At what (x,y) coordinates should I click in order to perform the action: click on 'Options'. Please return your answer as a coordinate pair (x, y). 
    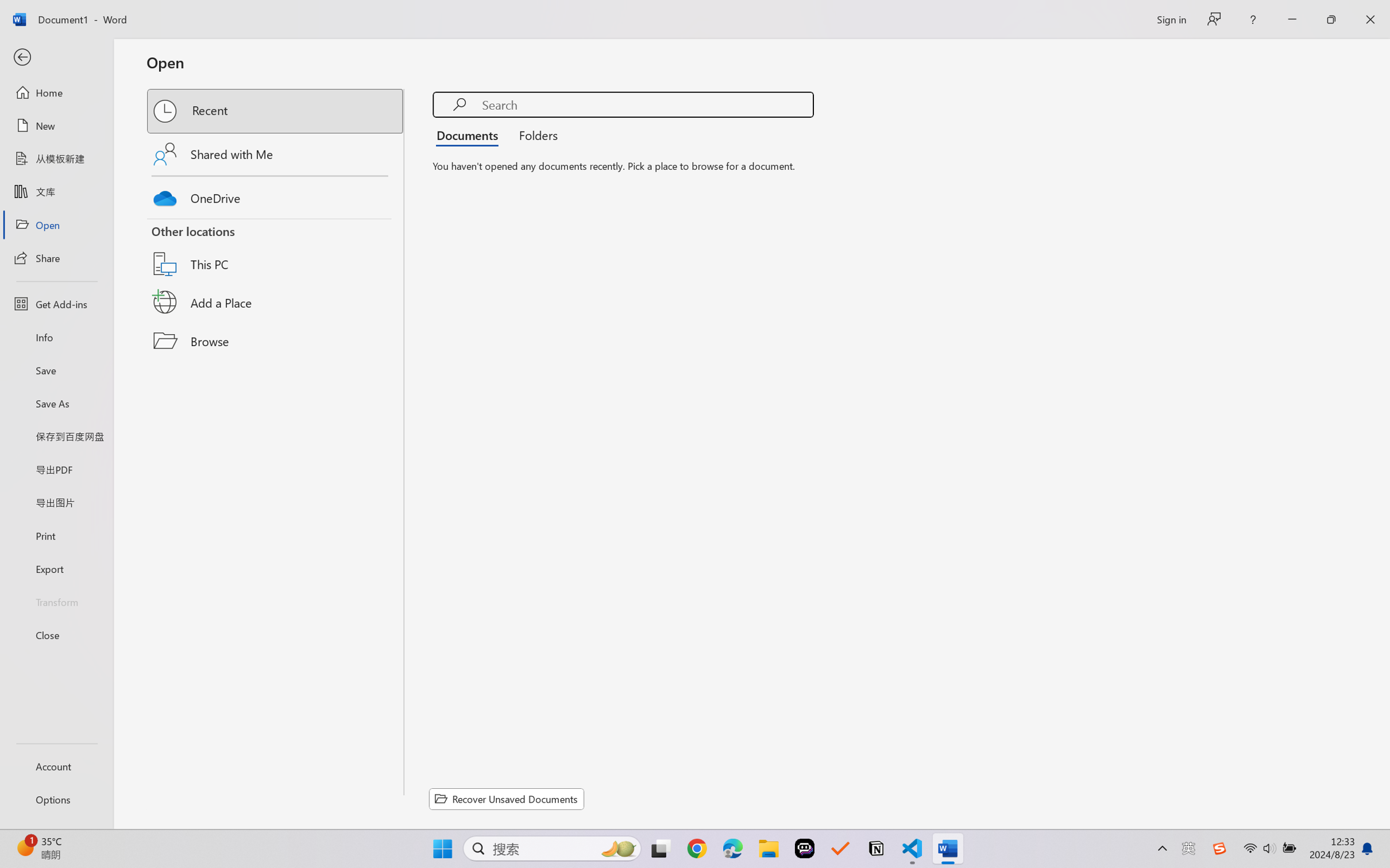
    Looking at the image, I should click on (56, 799).